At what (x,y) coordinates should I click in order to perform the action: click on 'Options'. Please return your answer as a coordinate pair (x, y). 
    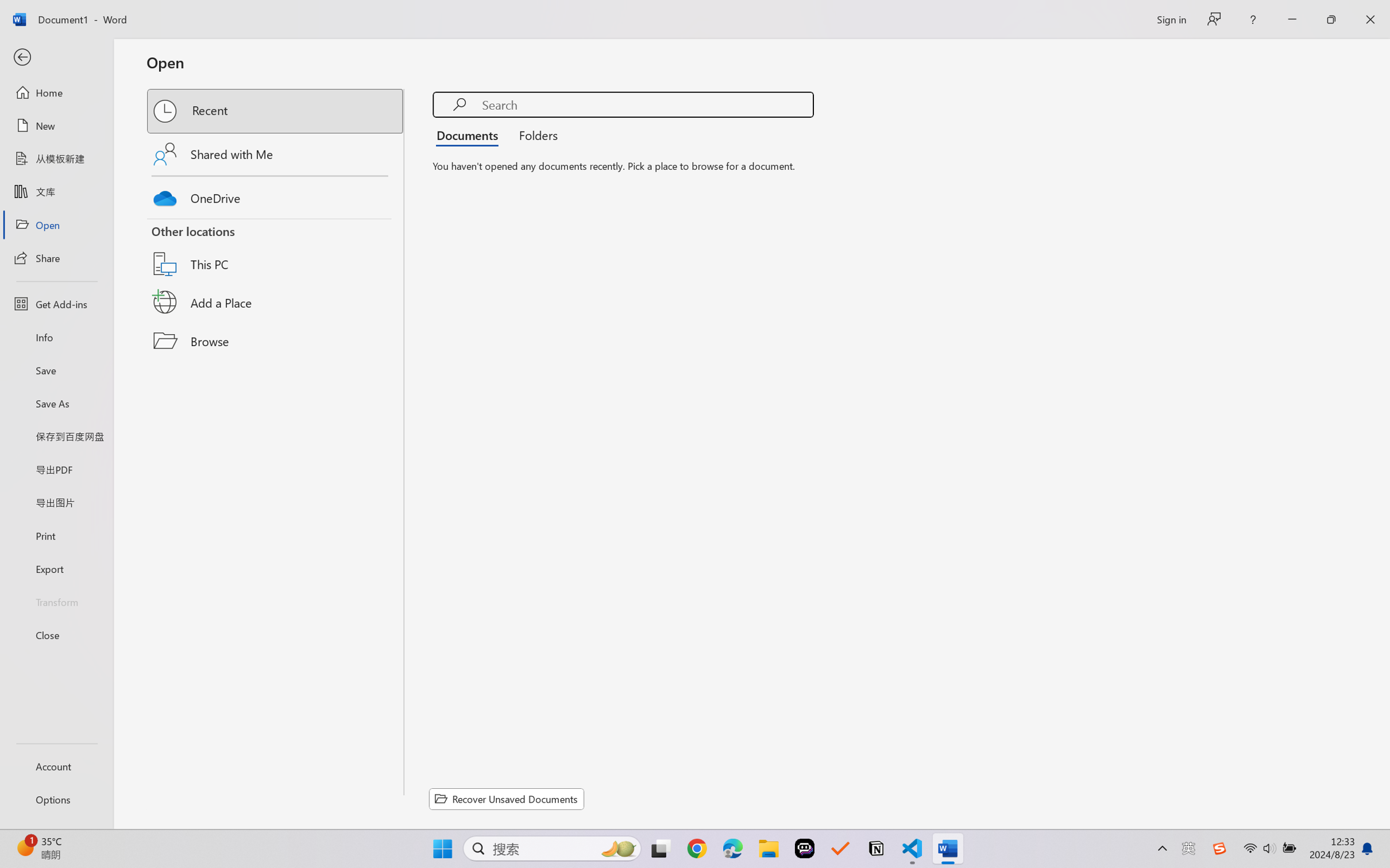
    Looking at the image, I should click on (56, 799).